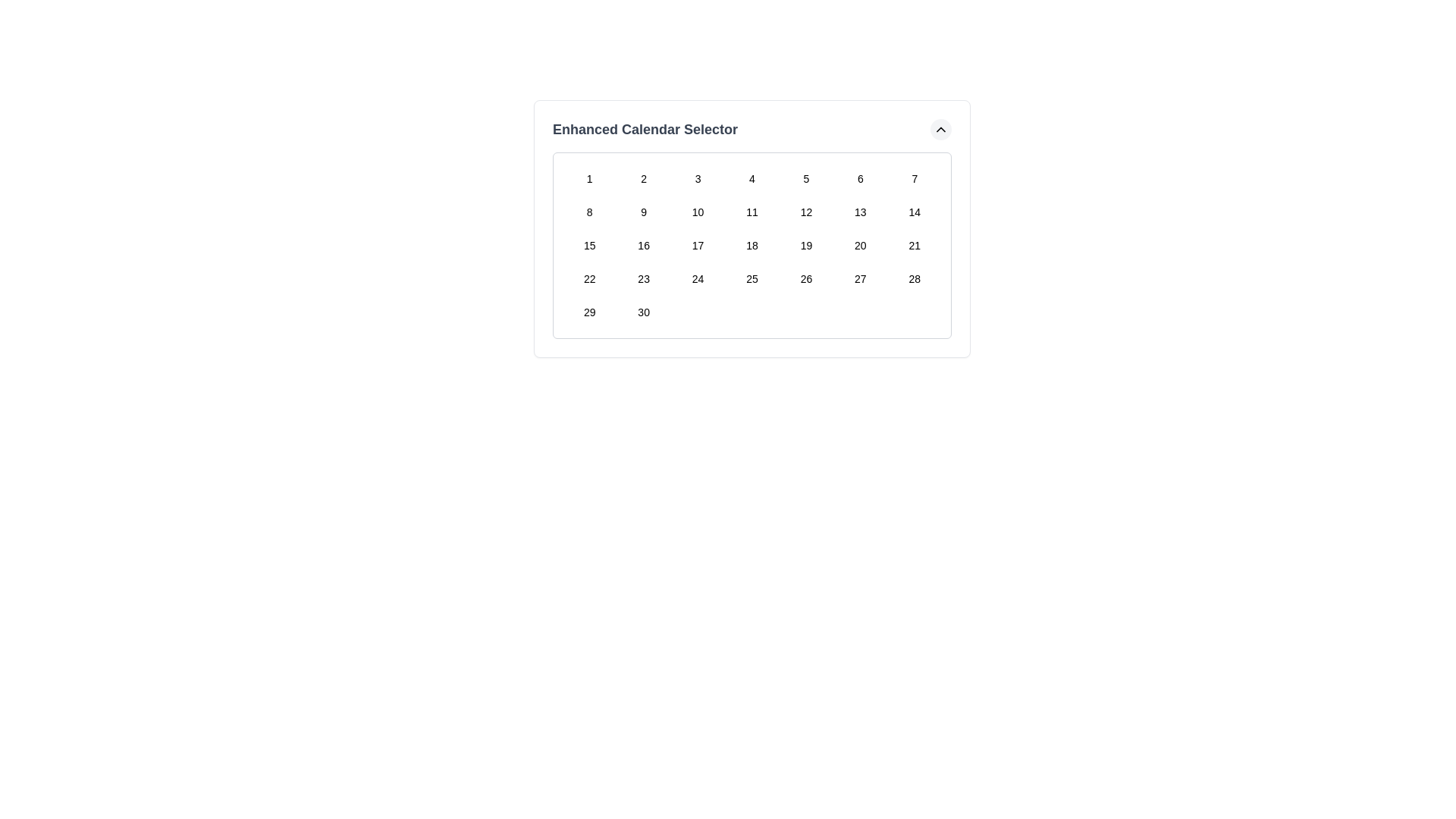 This screenshot has height=819, width=1456. I want to click on the calendar cell button containing the number '16' to trigger its hover effects, so click(644, 245).